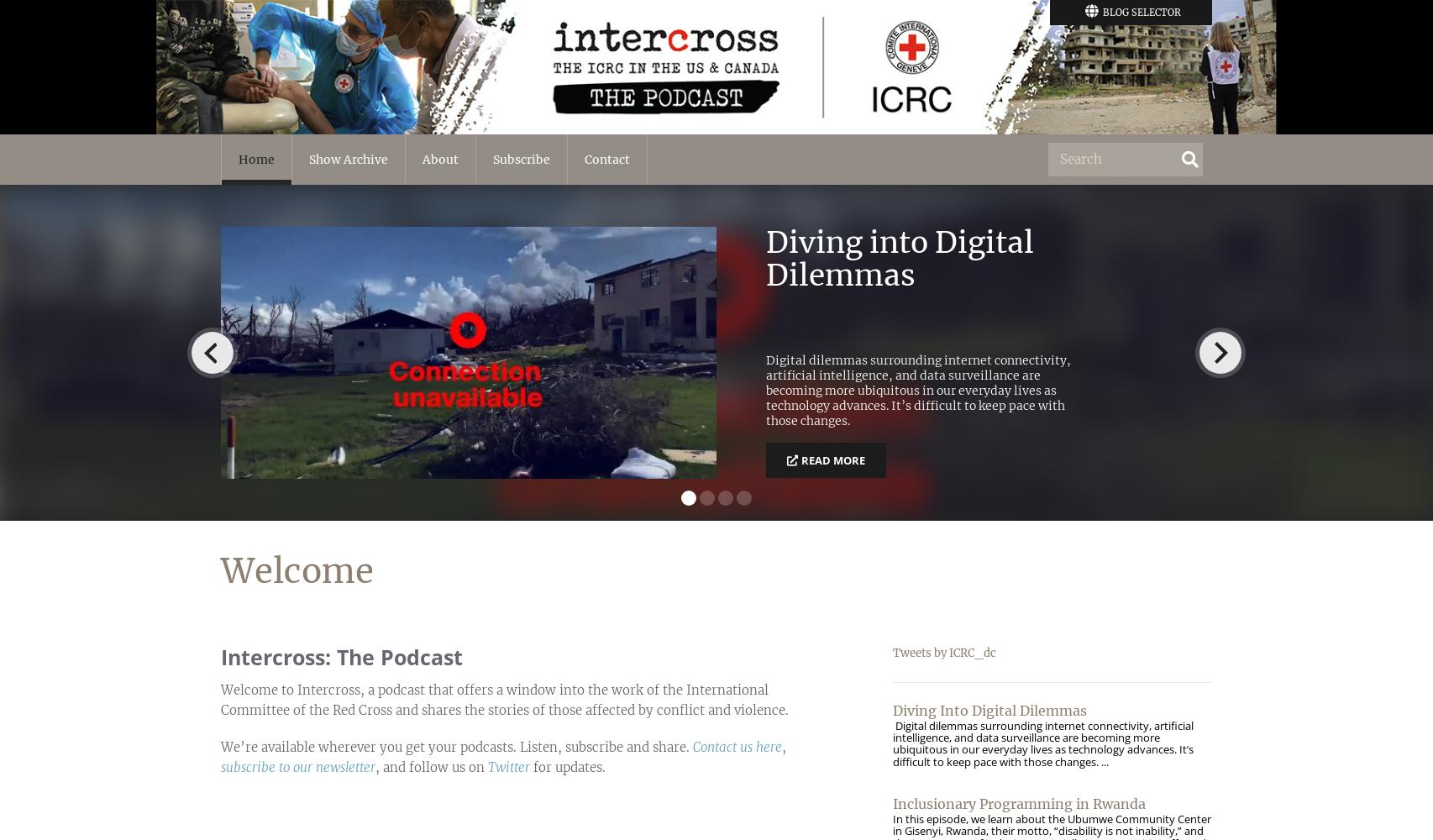 The image size is (1433, 840). I want to click on 'Welcome', so click(297, 571).